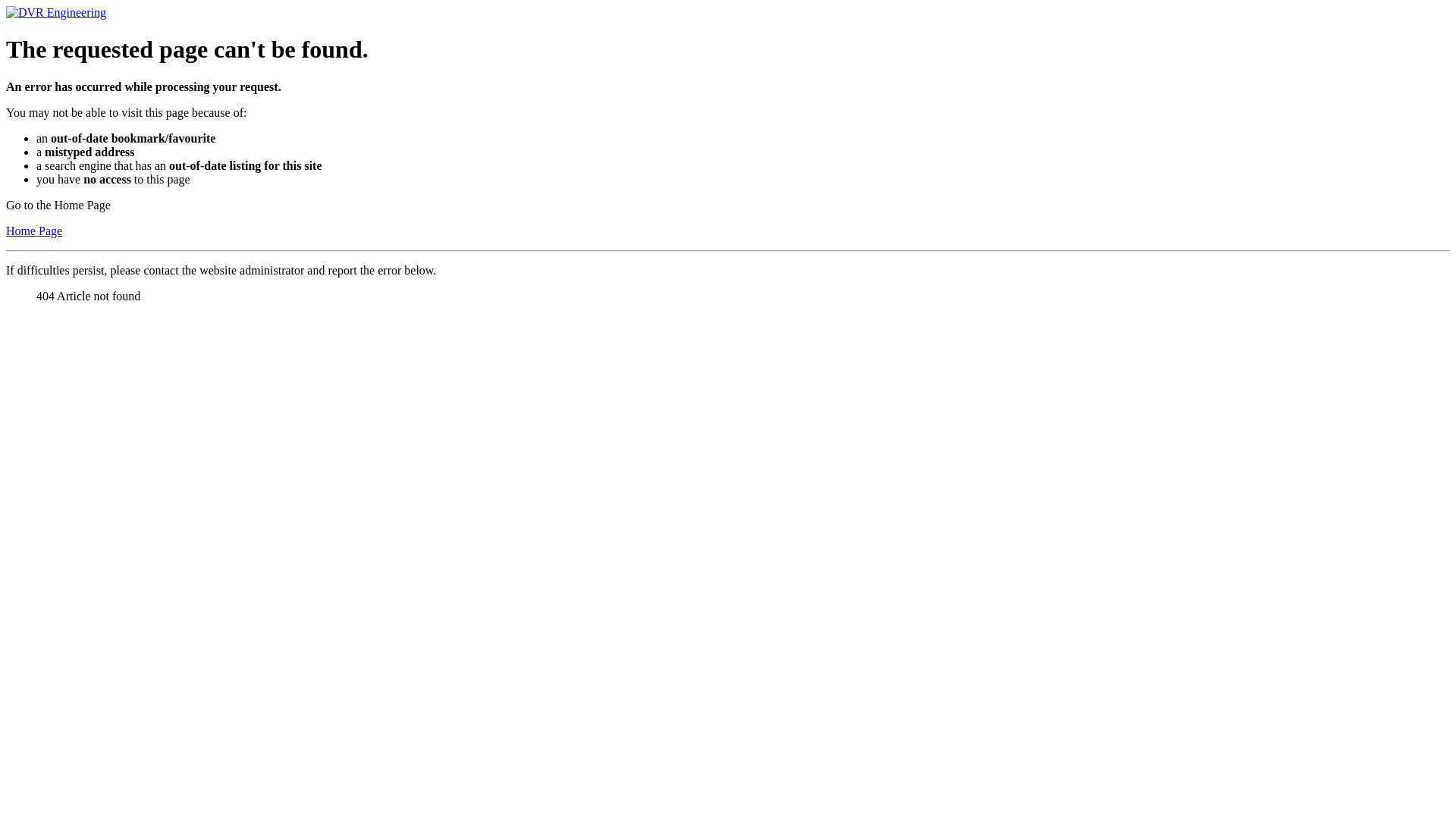 This screenshot has height=819, width=1456. Describe the element at coordinates (6, 231) in the screenshot. I see `'Home Page'` at that location.